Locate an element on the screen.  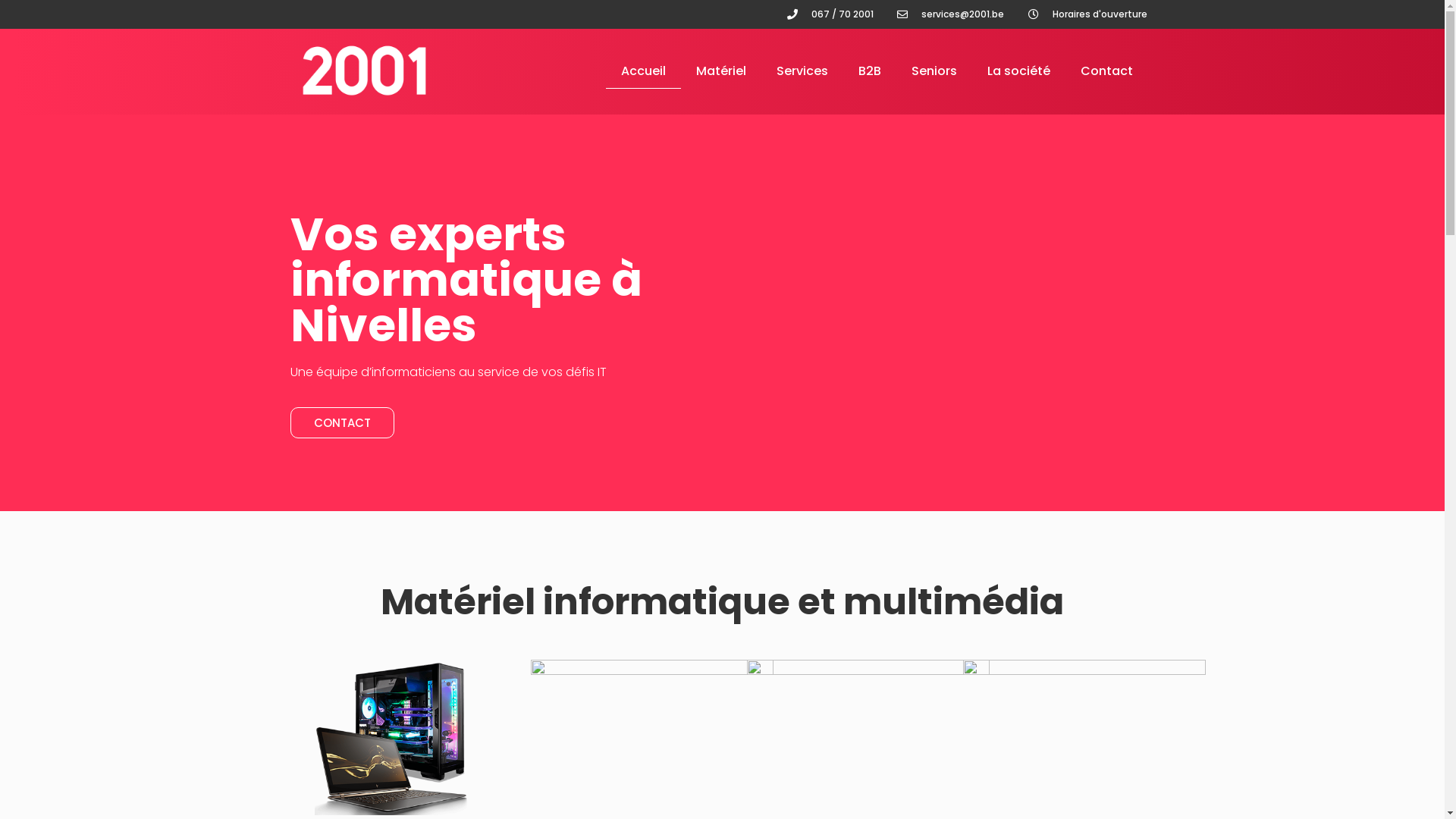
'services@2001.be' is located at coordinates (895, 14).